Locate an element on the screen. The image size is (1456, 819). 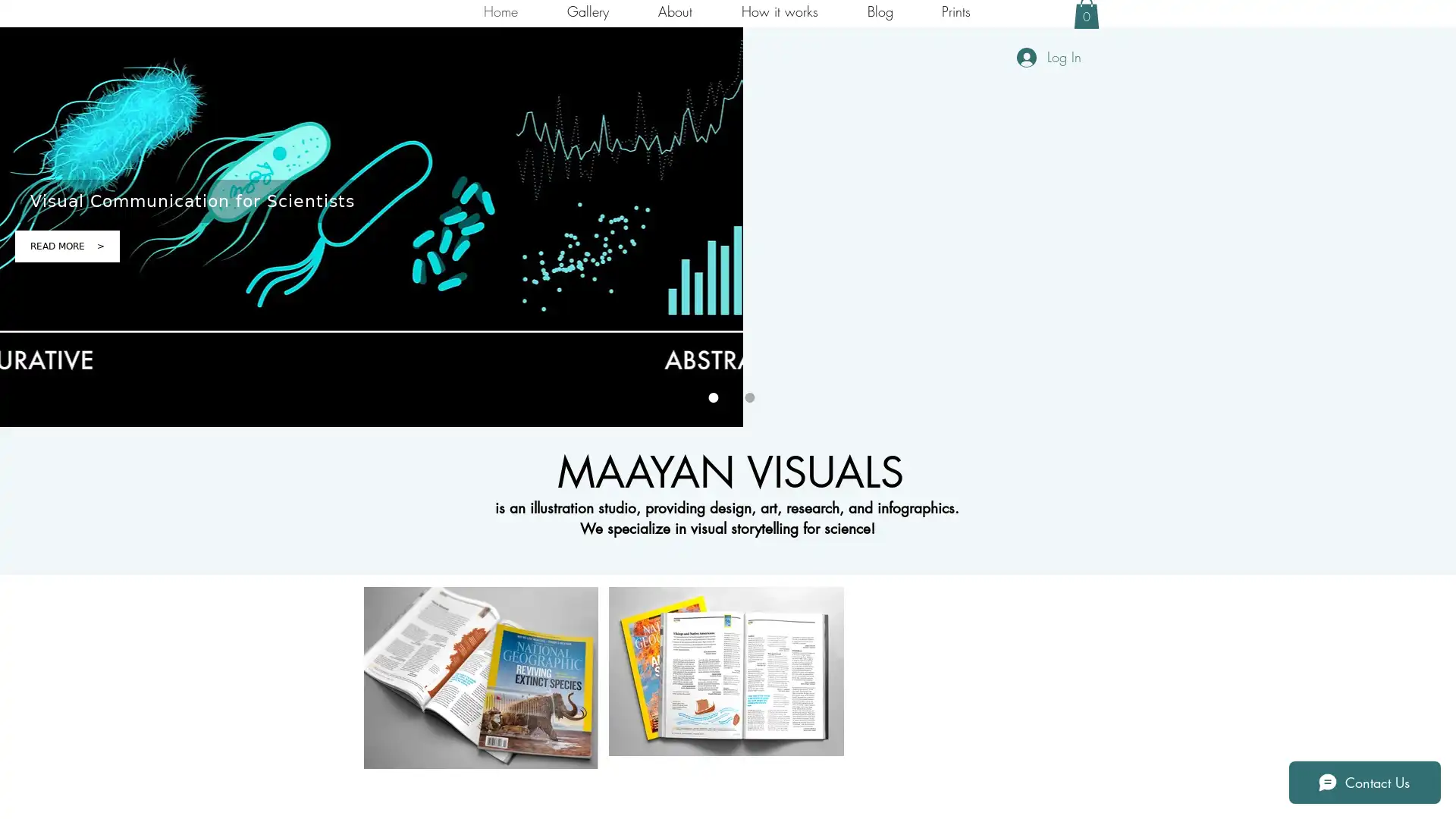
Editorial Illustration is located at coordinates (480, 677).